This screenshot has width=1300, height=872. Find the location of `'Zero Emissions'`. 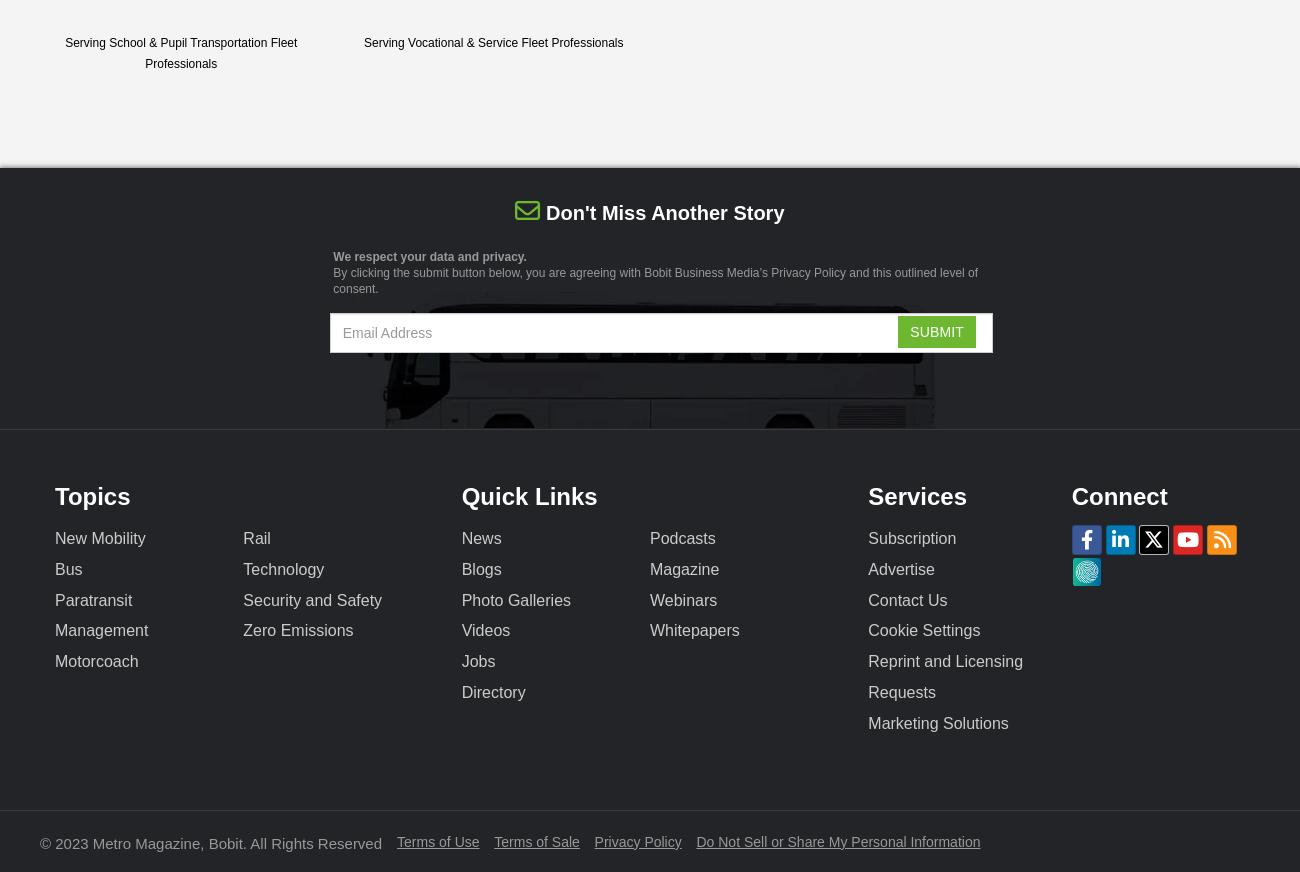

'Zero Emissions' is located at coordinates (297, 630).